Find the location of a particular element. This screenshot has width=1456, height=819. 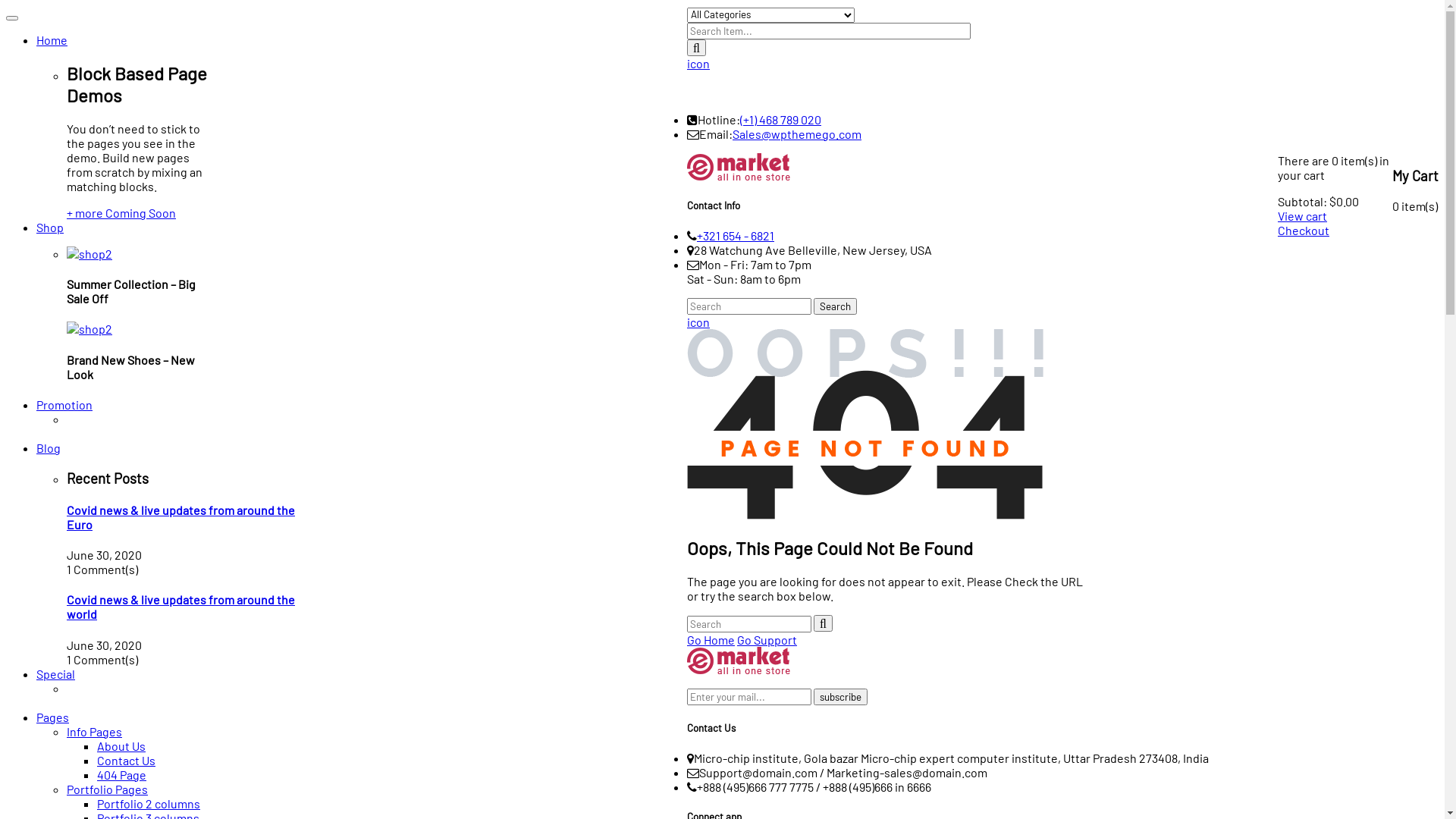

'Go Support' is located at coordinates (736, 639).